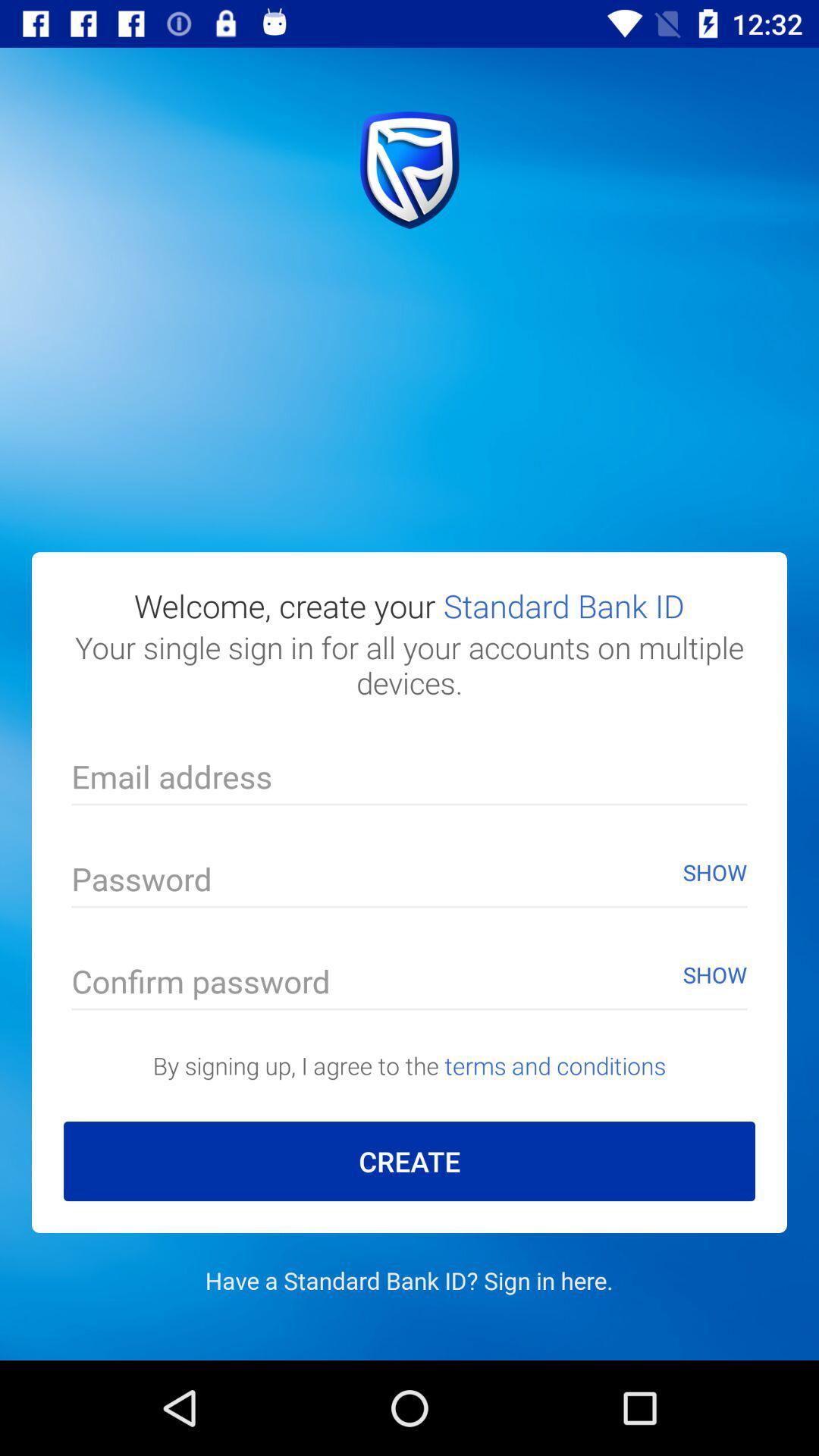 This screenshot has width=819, height=1456. What do you see at coordinates (409, 1065) in the screenshot?
I see `the icon above the create` at bounding box center [409, 1065].